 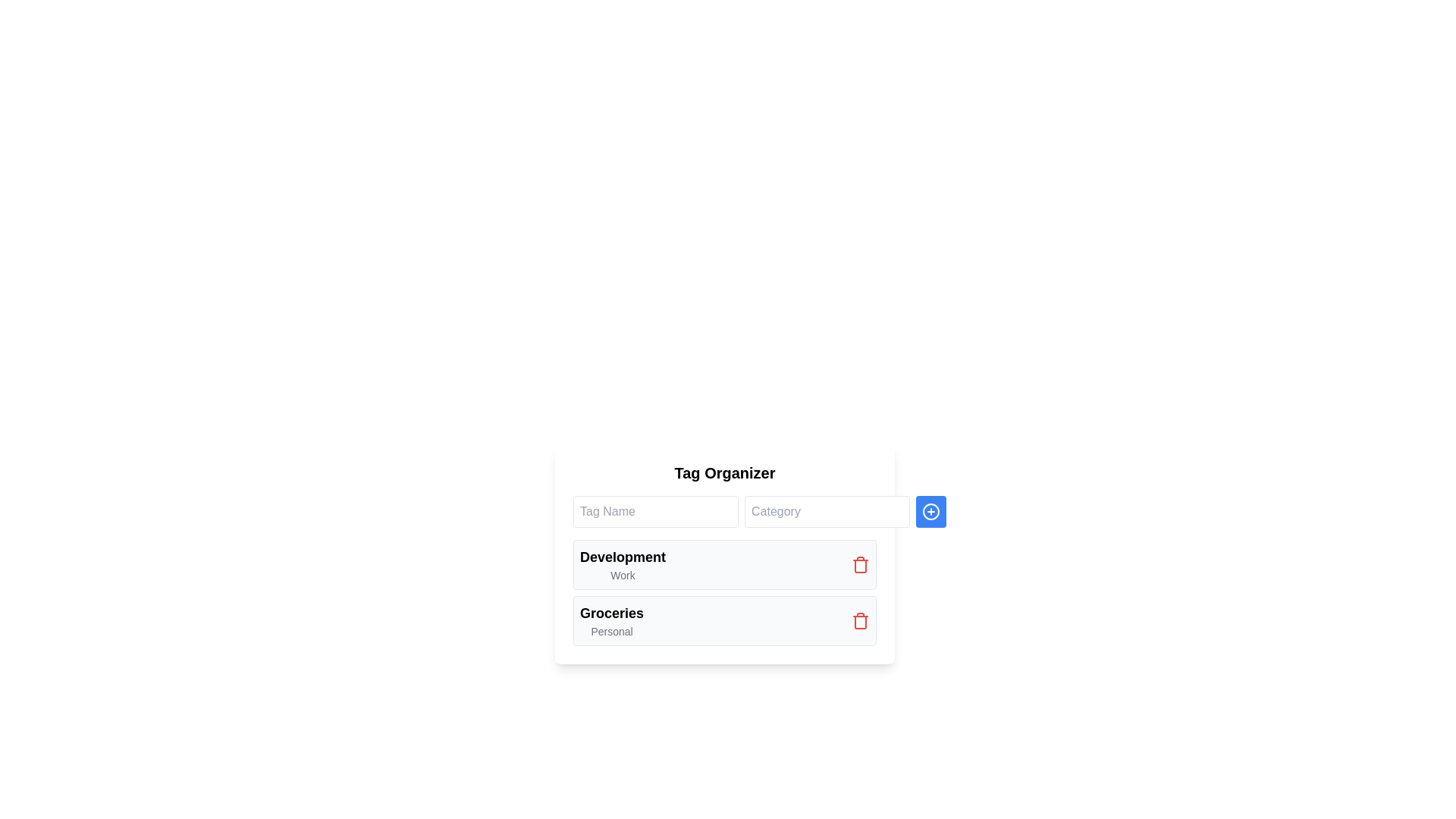 What do you see at coordinates (860, 620) in the screenshot?
I see `the trash bin icon button located at the far-right side of the 'Groceries' row under the 'Tag Organizer' section to initiate the deletion of the 'Groceries' entry` at bounding box center [860, 620].